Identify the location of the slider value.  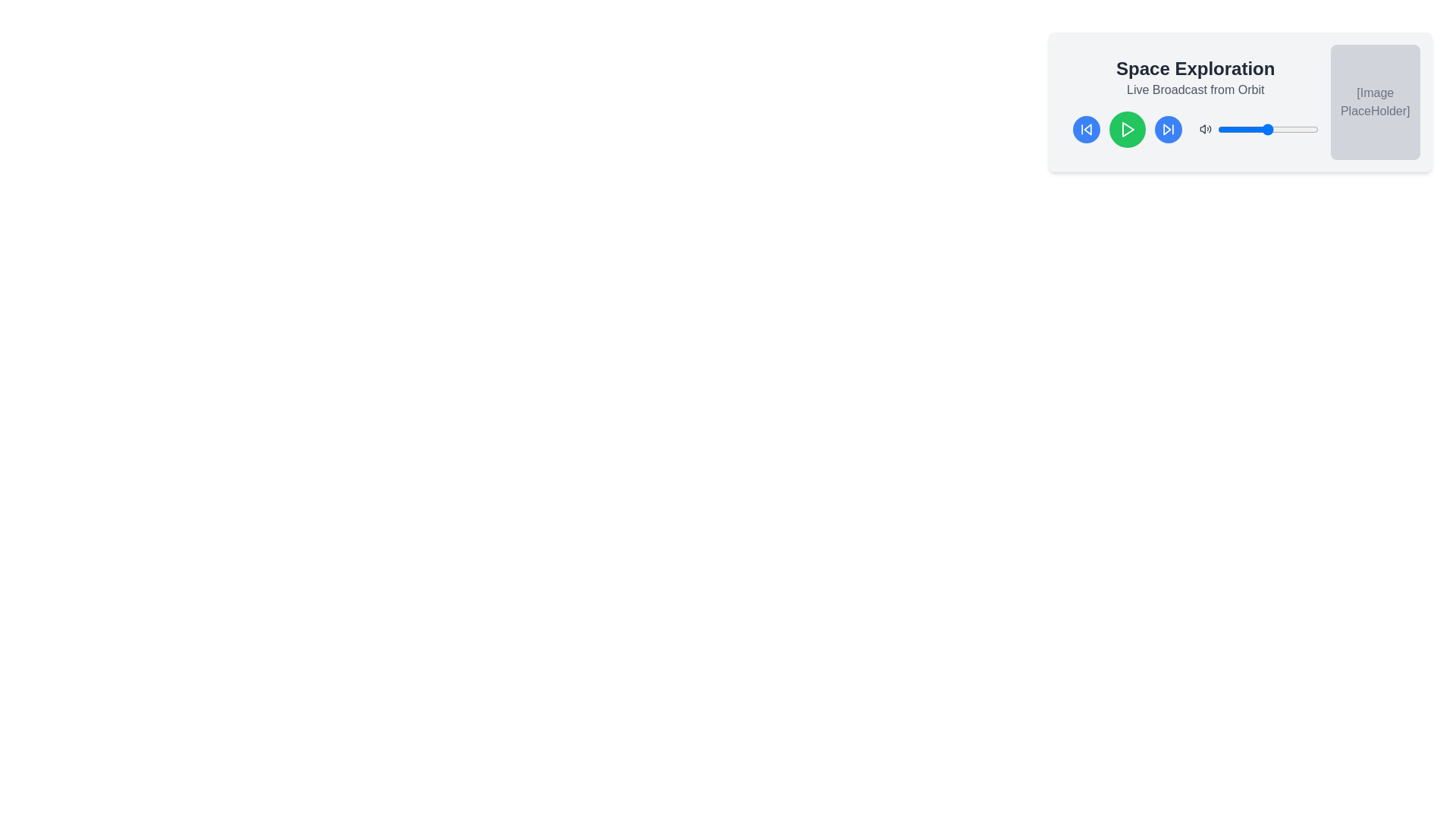
(1230, 128).